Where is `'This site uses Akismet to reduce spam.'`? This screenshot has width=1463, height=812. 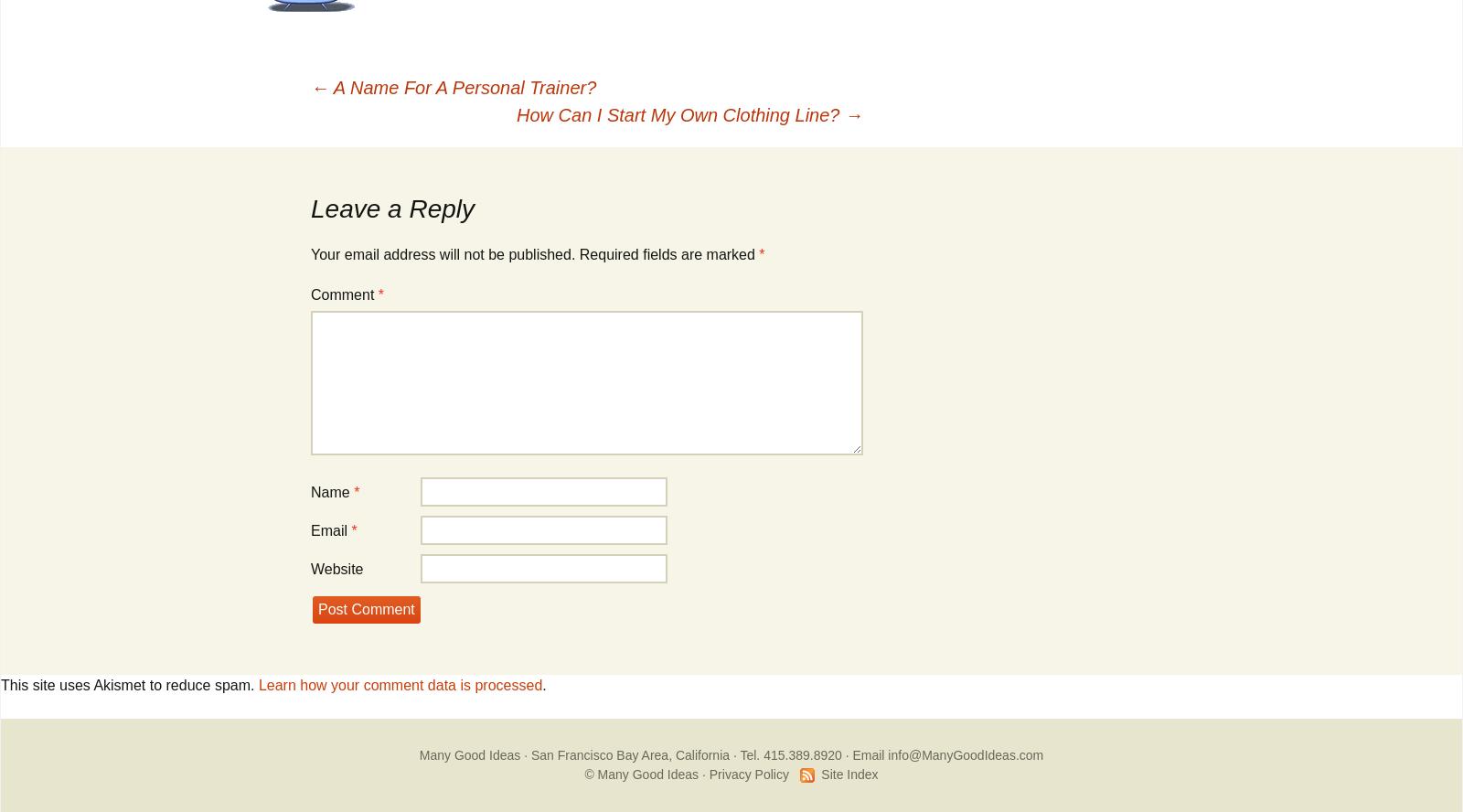 'This site uses Akismet to reduce spam.' is located at coordinates (128, 684).